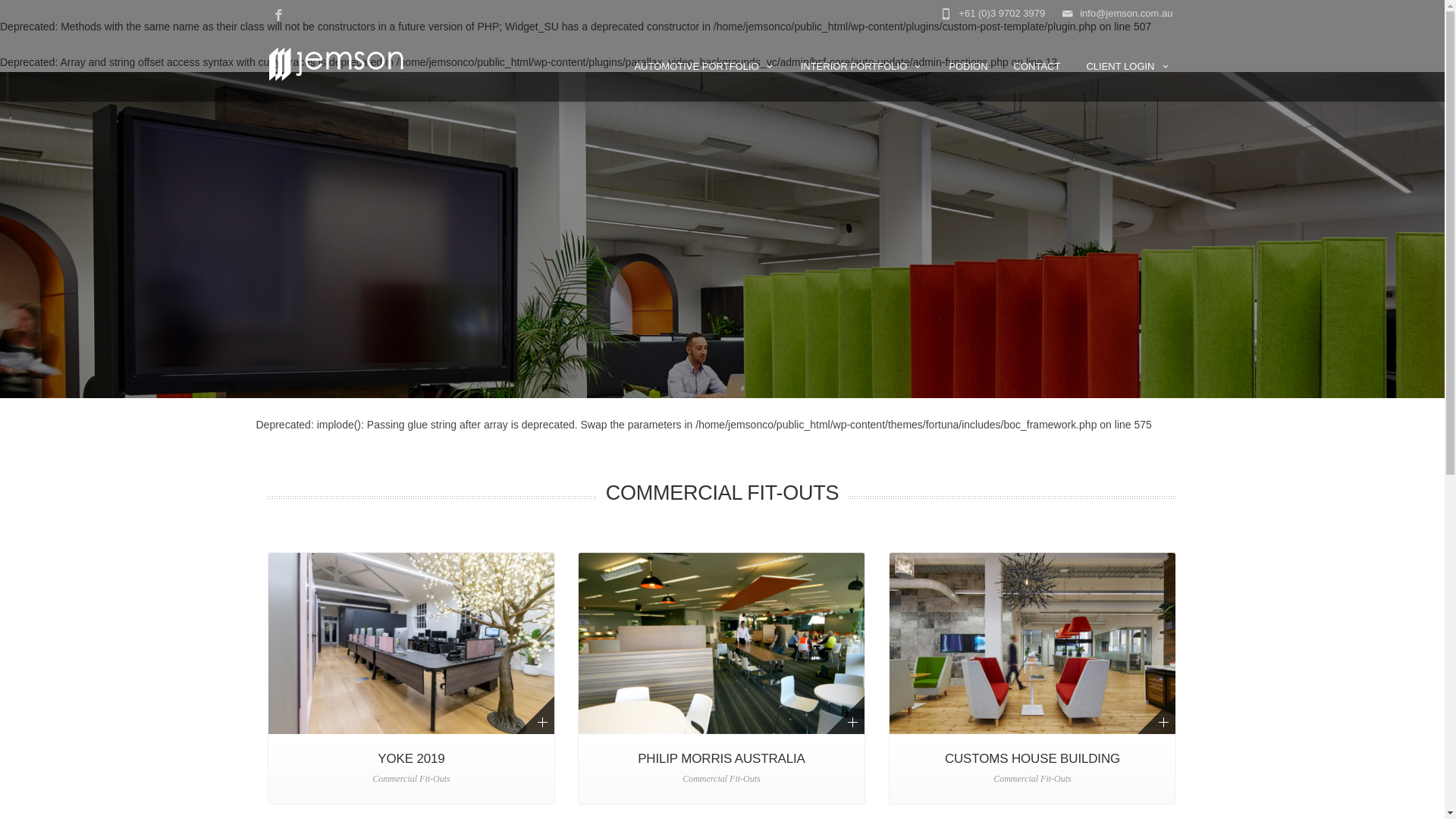 The width and height of the screenshot is (1456, 819). What do you see at coordinates (720, 643) in the screenshot?
I see `'Philip Morris International Fitout'` at bounding box center [720, 643].